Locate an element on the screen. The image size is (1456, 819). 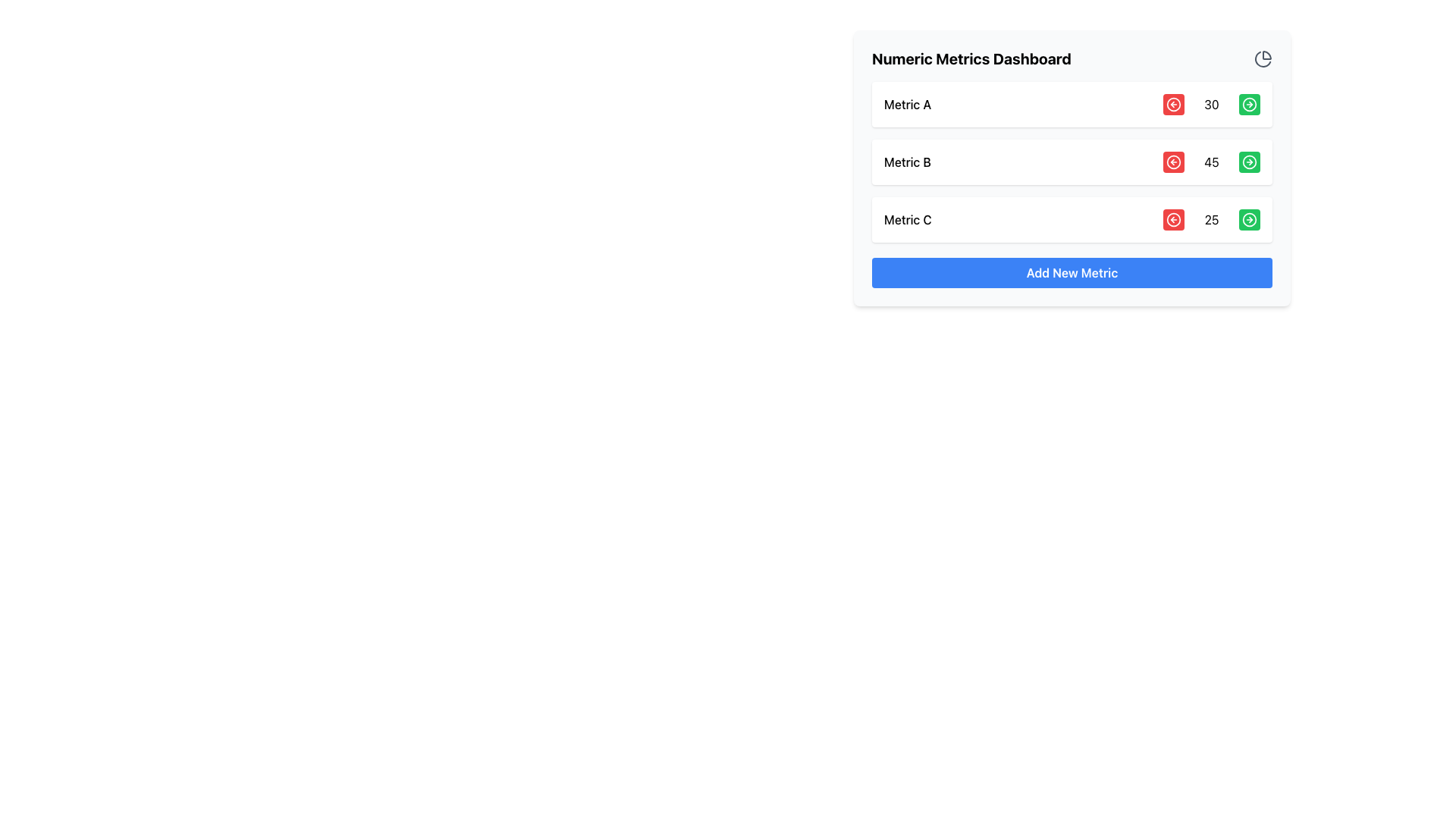
the Text Label displaying 'Metric A', which is bold and positioned at the upper section of the containing card, aligned to the left is located at coordinates (908, 104).